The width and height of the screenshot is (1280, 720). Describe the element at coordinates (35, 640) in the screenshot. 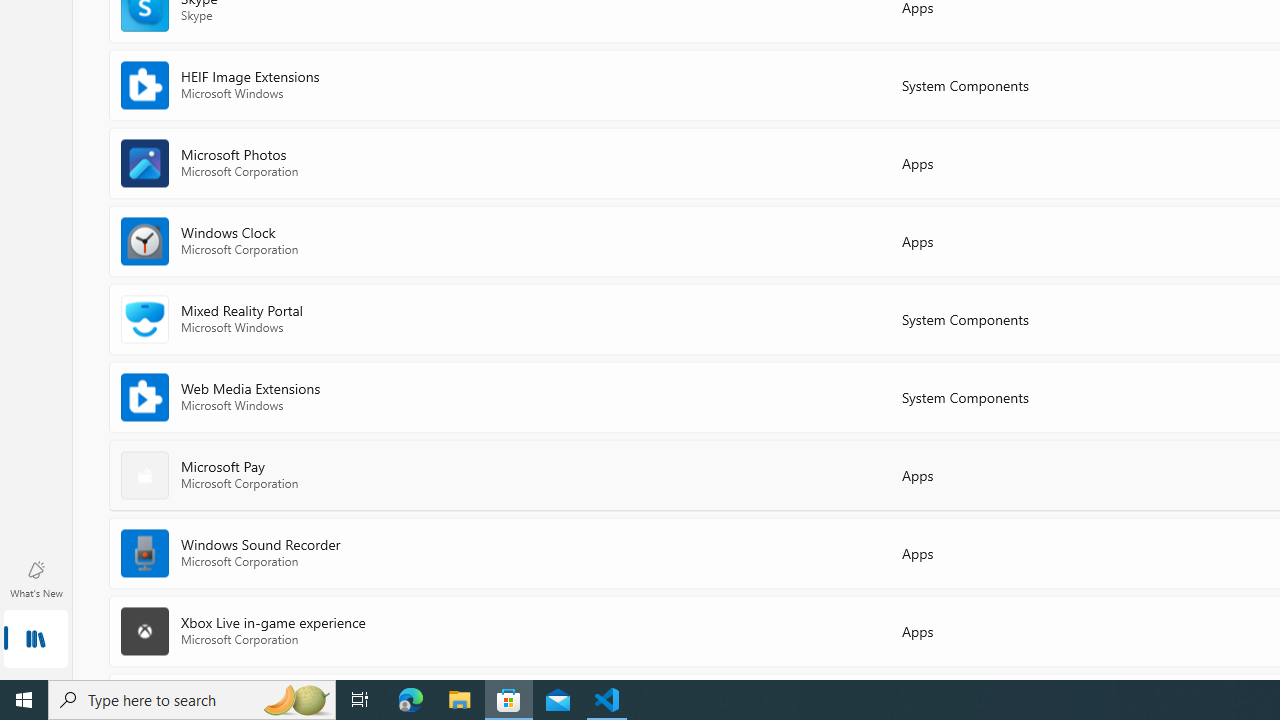

I see `'Library'` at that location.